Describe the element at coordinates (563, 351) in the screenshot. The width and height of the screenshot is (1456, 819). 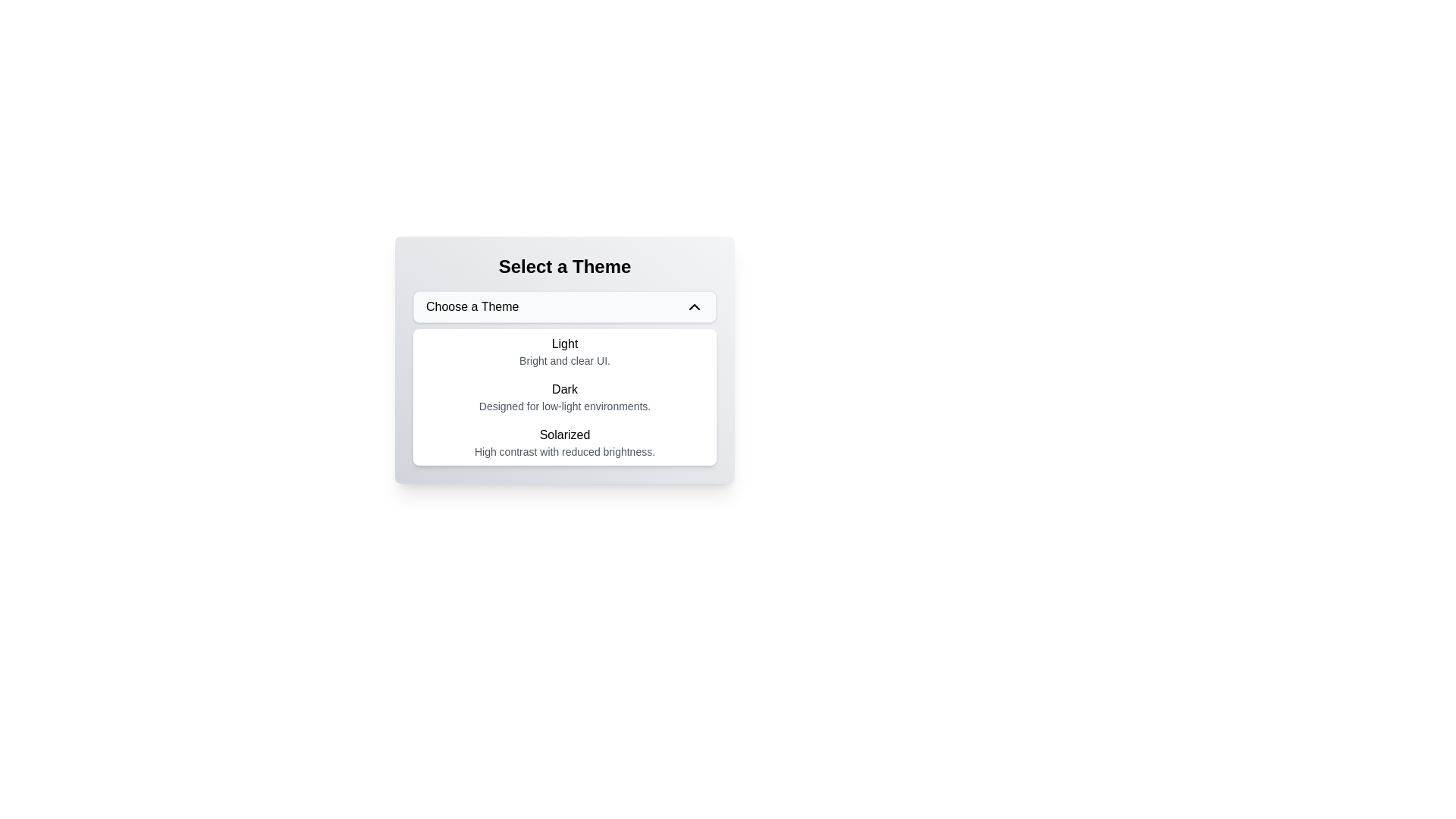
I see `the first selectable option in the dropdown menu labeled 'Light' which describes it as 'Bright and clear UI.'` at that location.